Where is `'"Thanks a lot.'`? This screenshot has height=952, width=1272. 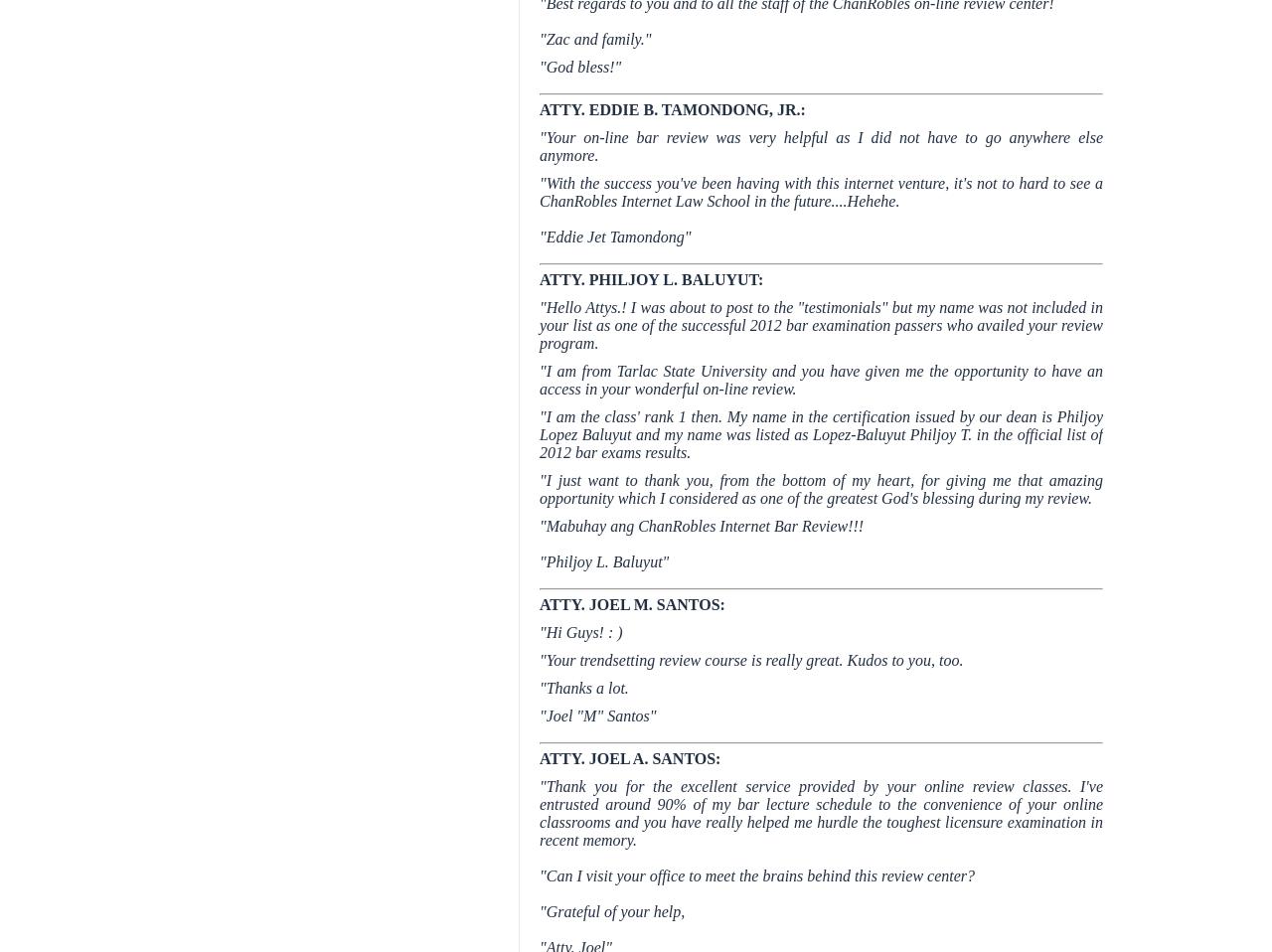
'"Thanks a lot.' is located at coordinates (582, 687).